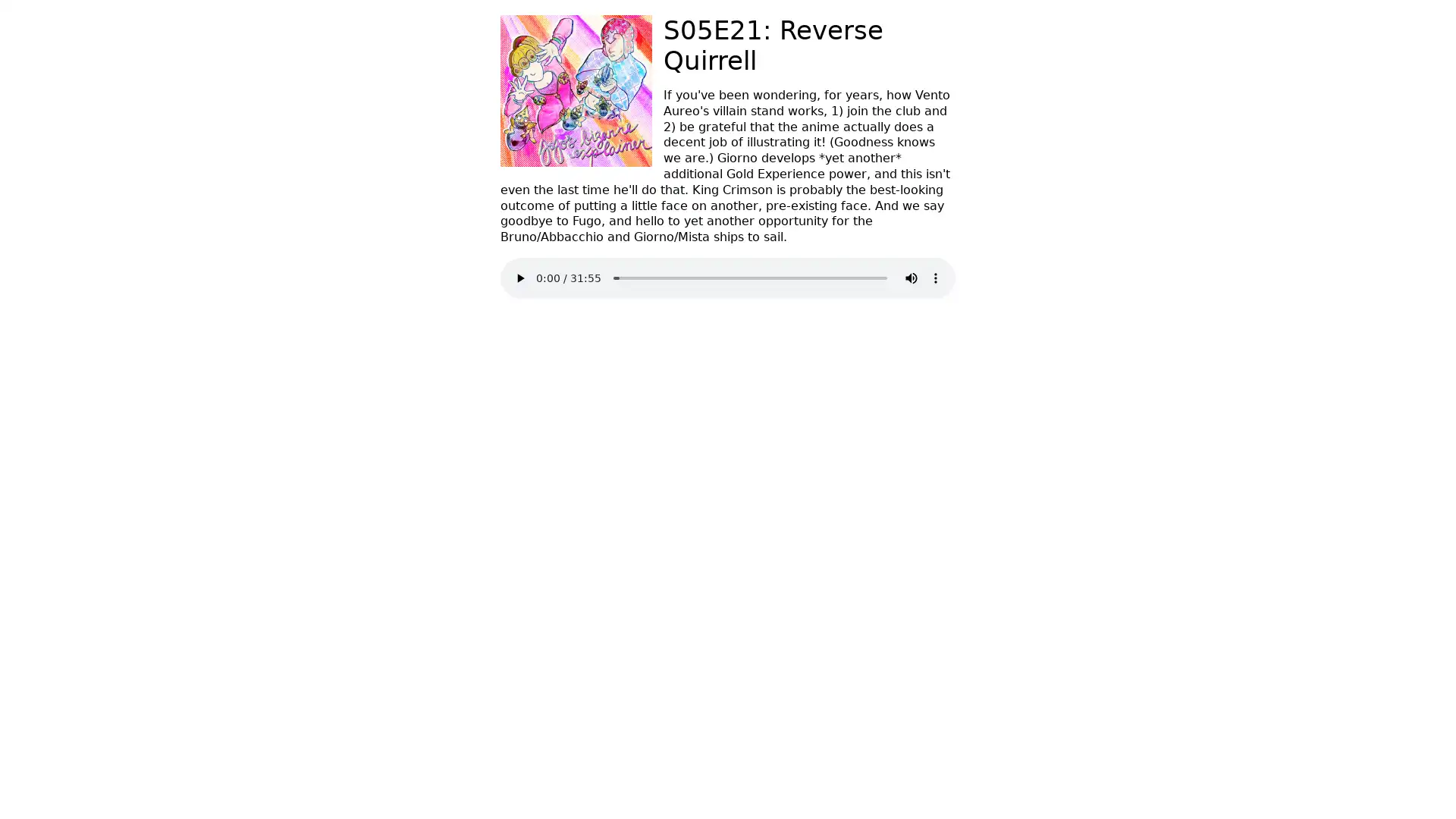  I want to click on play, so click(520, 278).